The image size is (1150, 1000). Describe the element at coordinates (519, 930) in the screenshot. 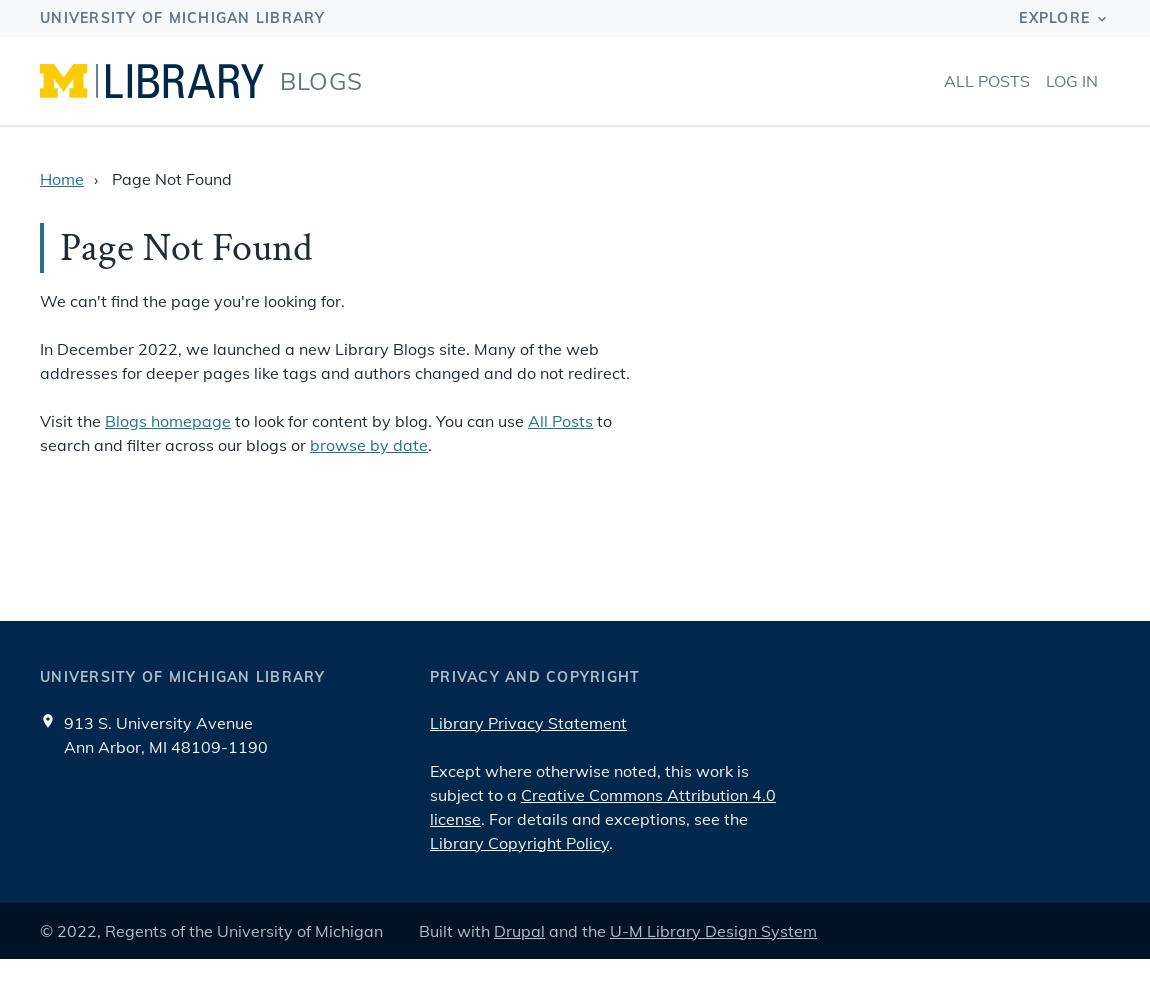

I see `'Drupal'` at that location.